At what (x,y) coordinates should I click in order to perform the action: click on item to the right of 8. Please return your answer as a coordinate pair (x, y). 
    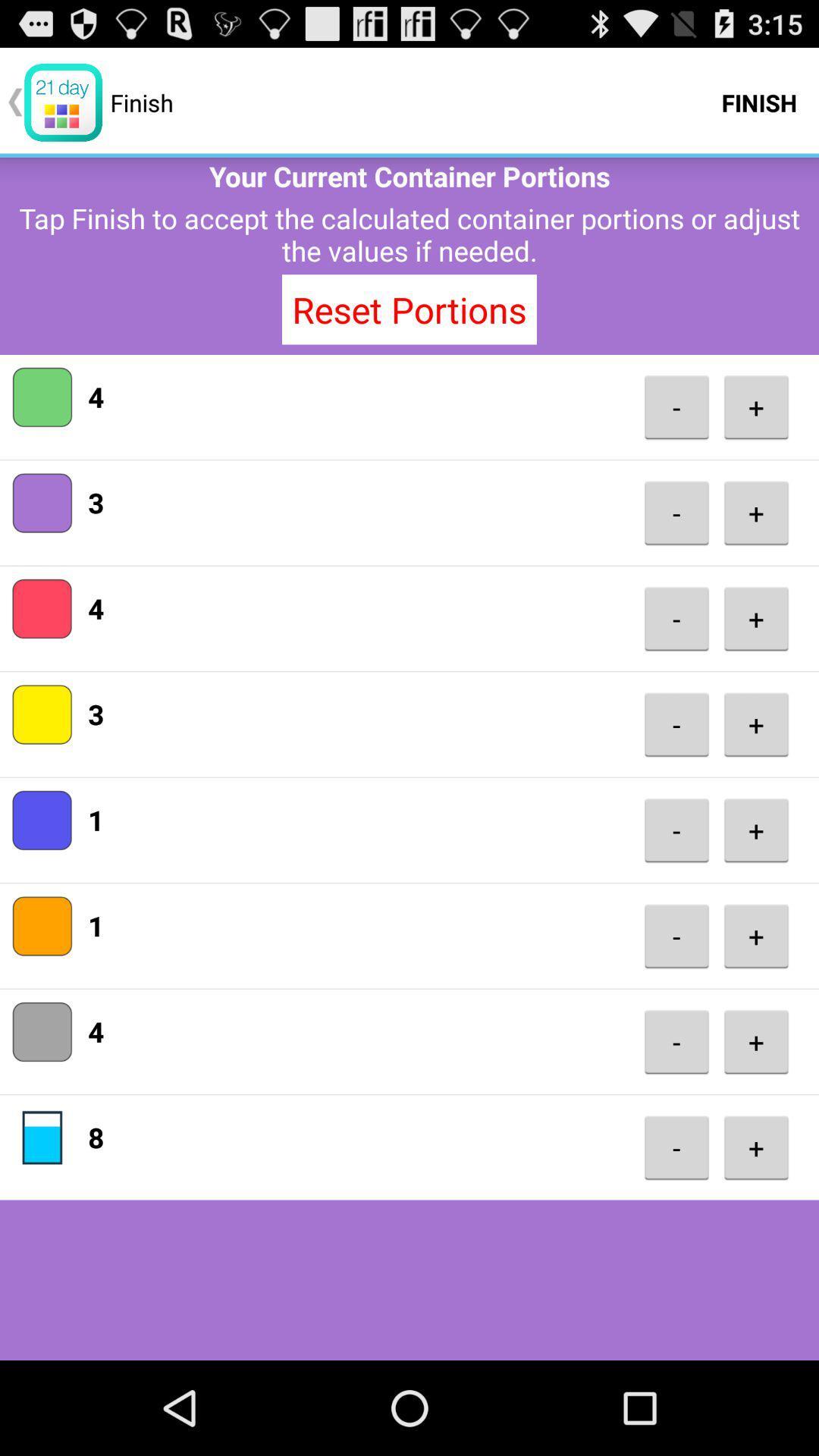
    Looking at the image, I should click on (676, 1147).